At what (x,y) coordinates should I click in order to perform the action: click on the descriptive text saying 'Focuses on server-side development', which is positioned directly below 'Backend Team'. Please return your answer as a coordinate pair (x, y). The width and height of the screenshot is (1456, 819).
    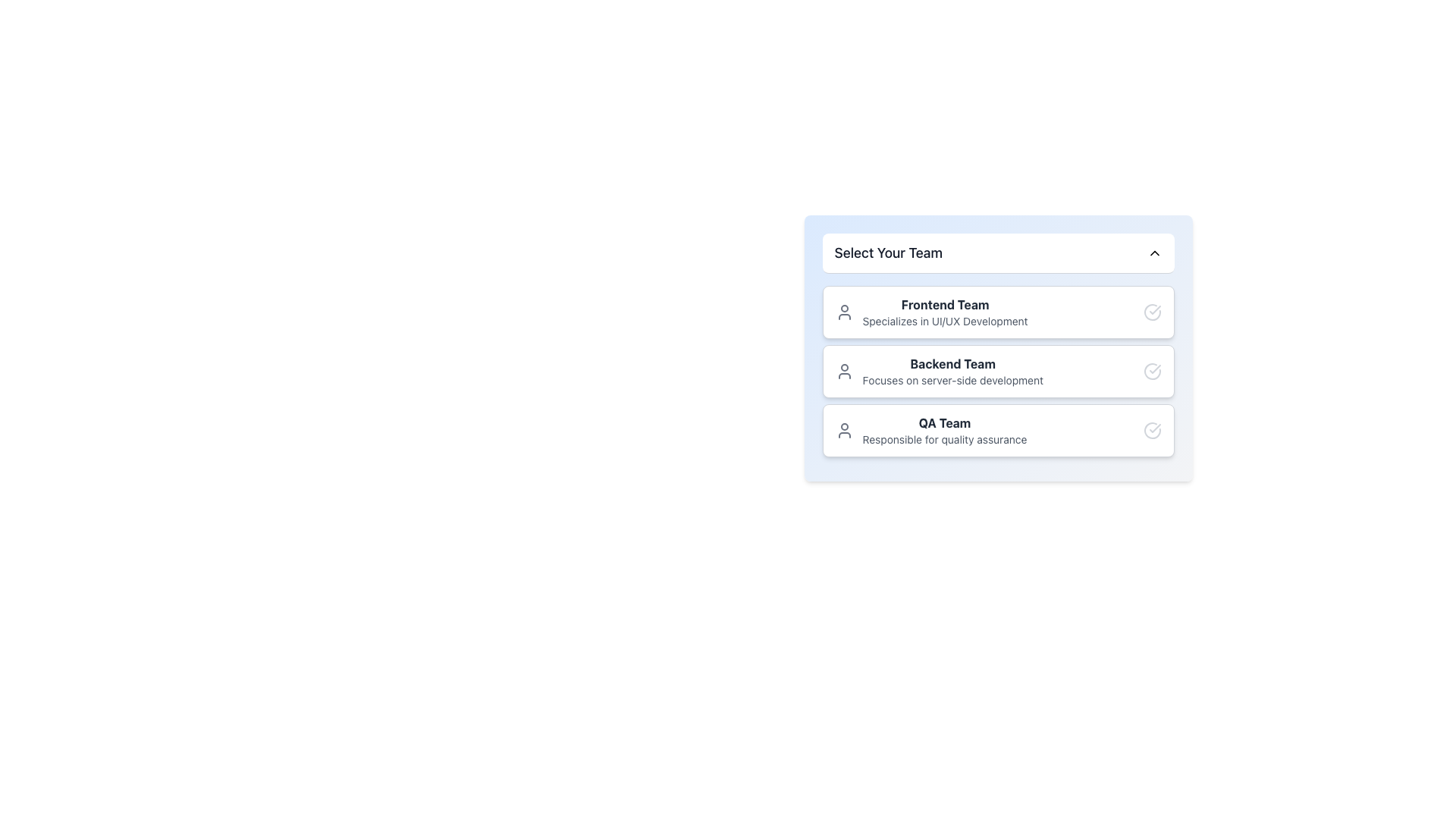
    Looking at the image, I should click on (952, 379).